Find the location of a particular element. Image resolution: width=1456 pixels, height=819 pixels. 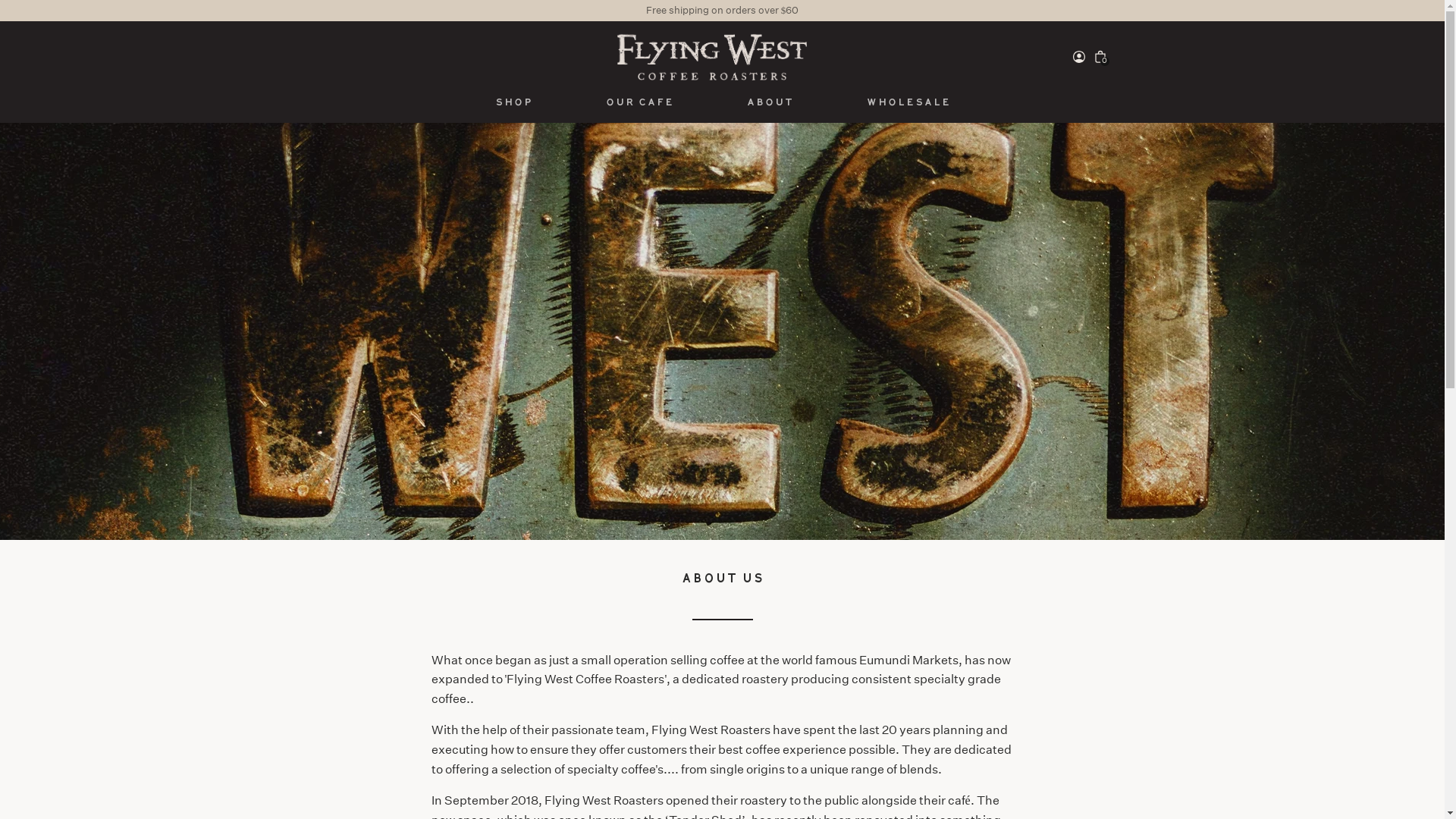

'About' is located at coordinates (769, 102).